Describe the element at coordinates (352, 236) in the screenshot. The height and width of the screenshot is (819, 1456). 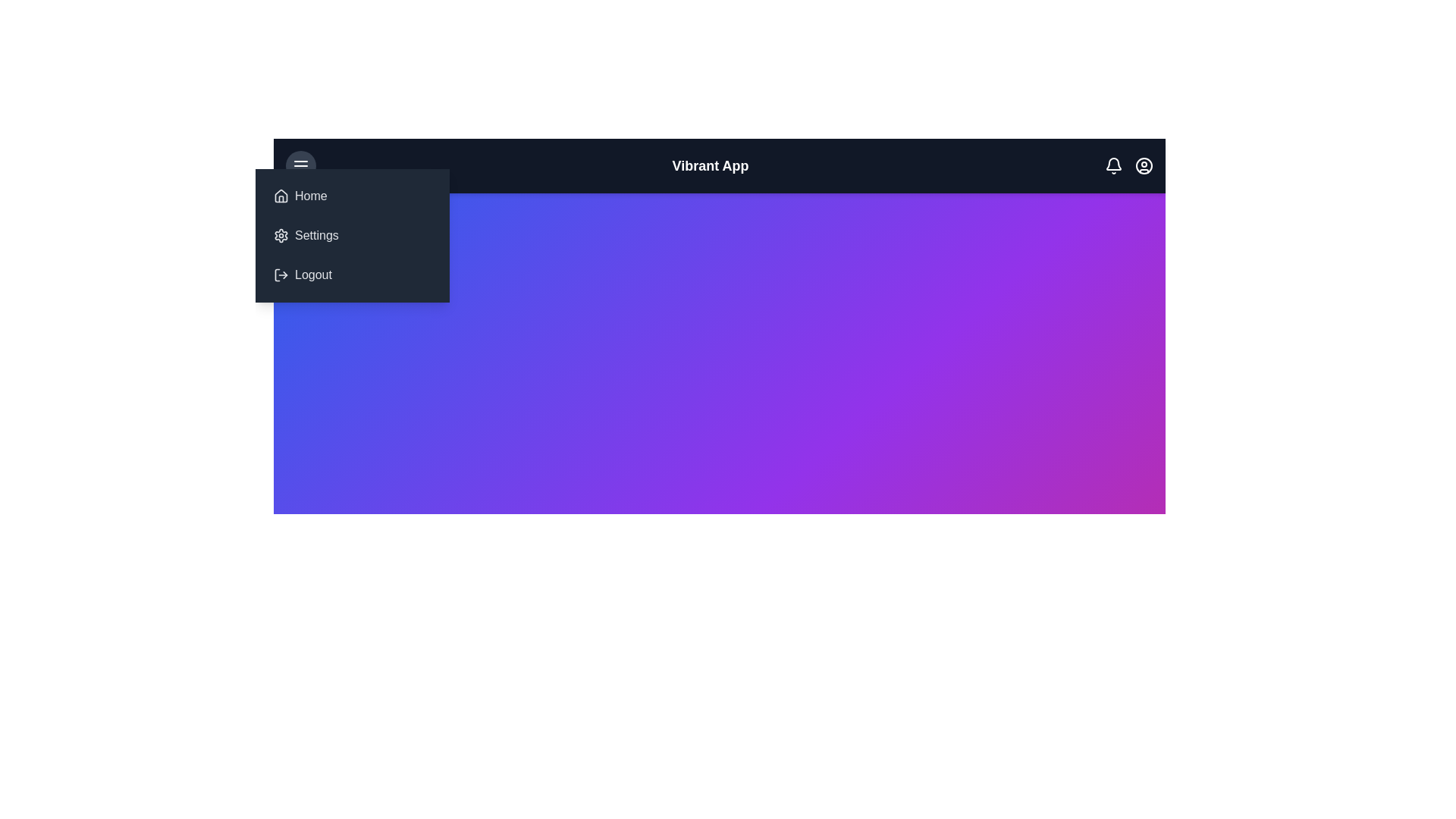
I see `the 'Settings' menu item` at that location.